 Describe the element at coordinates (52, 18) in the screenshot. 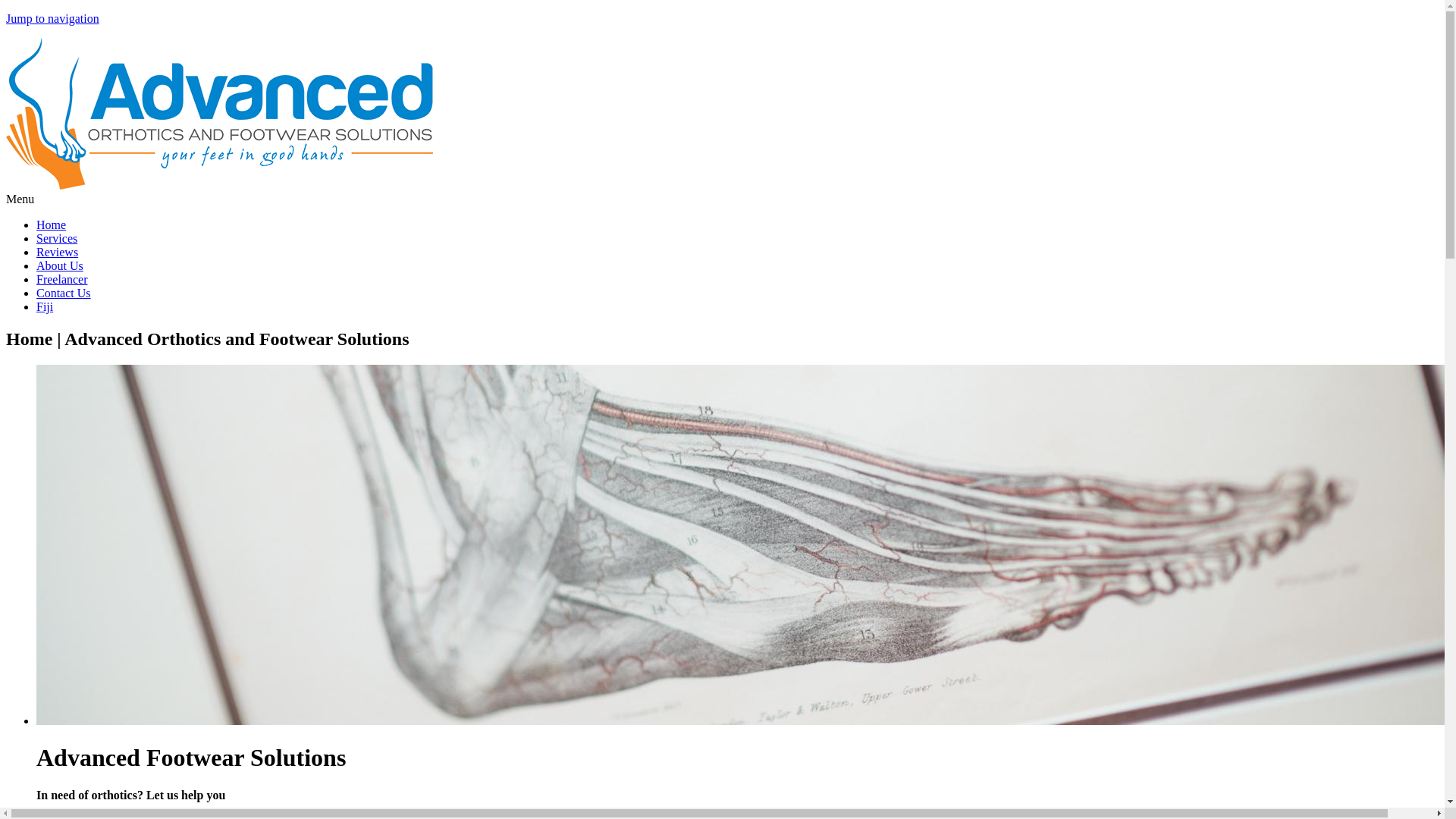

I see `'Jump to navigation'` at that location.